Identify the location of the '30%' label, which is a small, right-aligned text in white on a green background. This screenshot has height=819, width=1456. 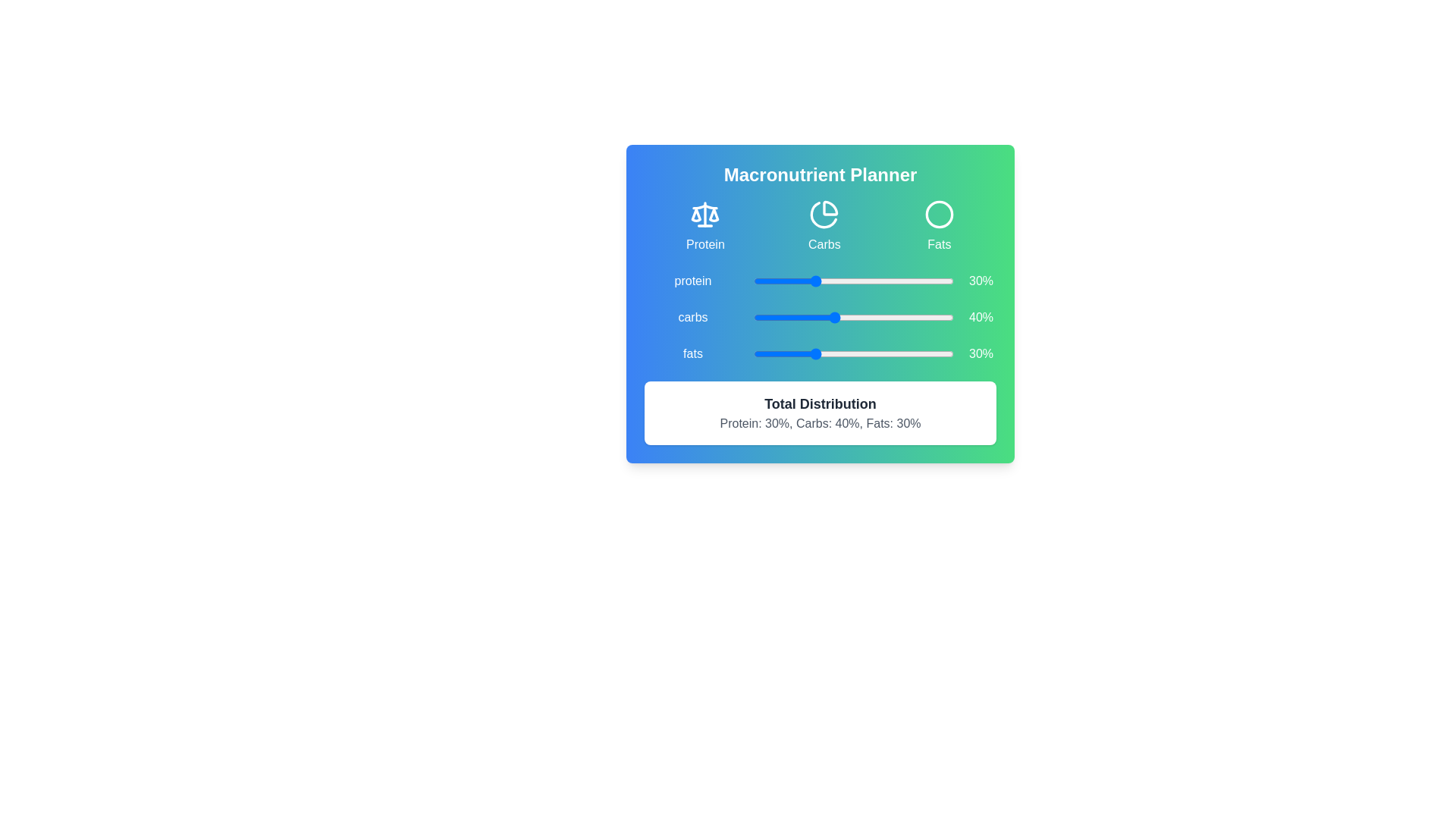
(981, 353).